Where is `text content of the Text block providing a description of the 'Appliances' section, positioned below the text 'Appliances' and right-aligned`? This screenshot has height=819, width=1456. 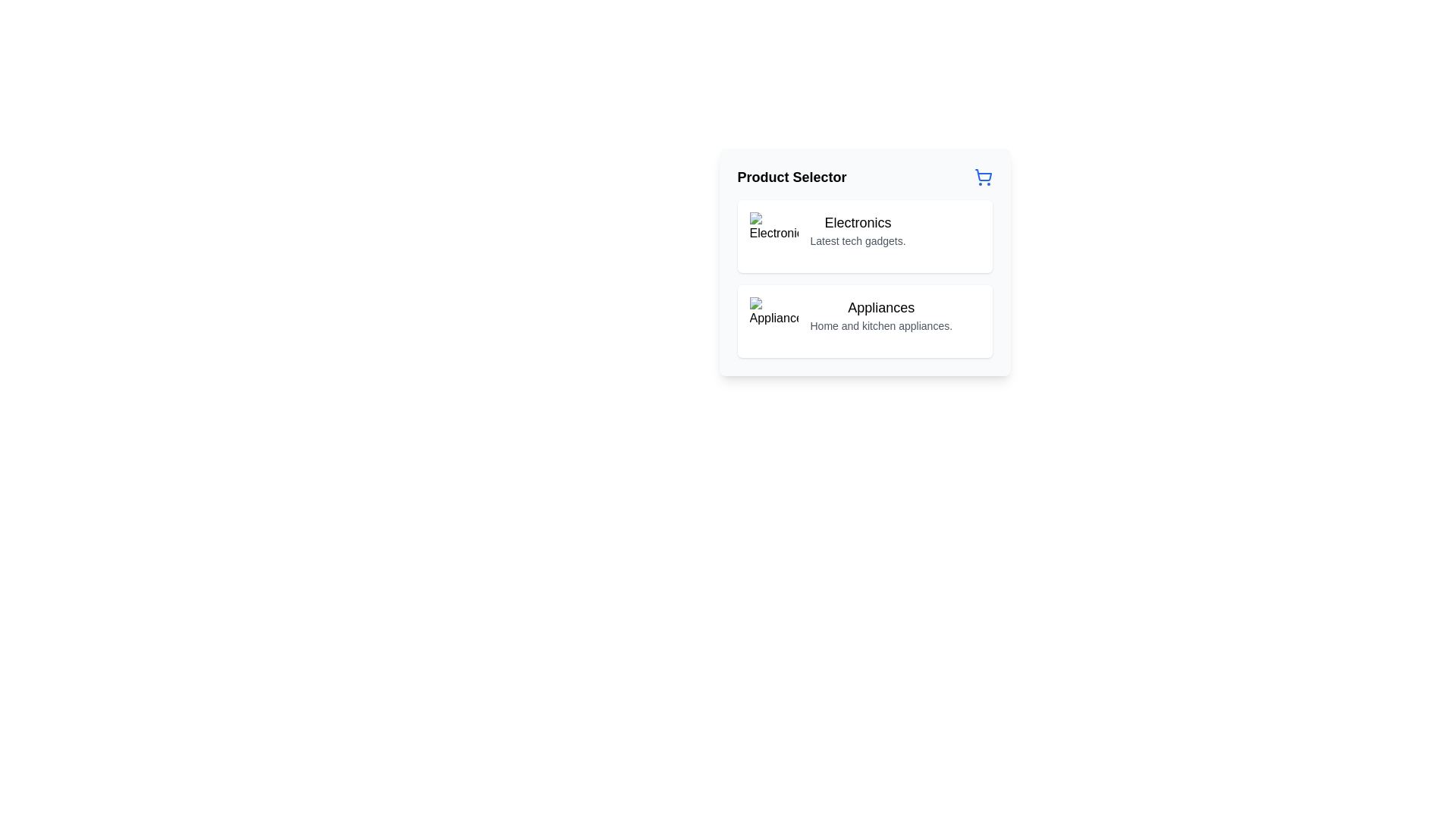 text content of the Text block providing a description of the 'Appliances' section, positioned below the text 'Appliances' and right-aligned is located at coordinates (881, 325).